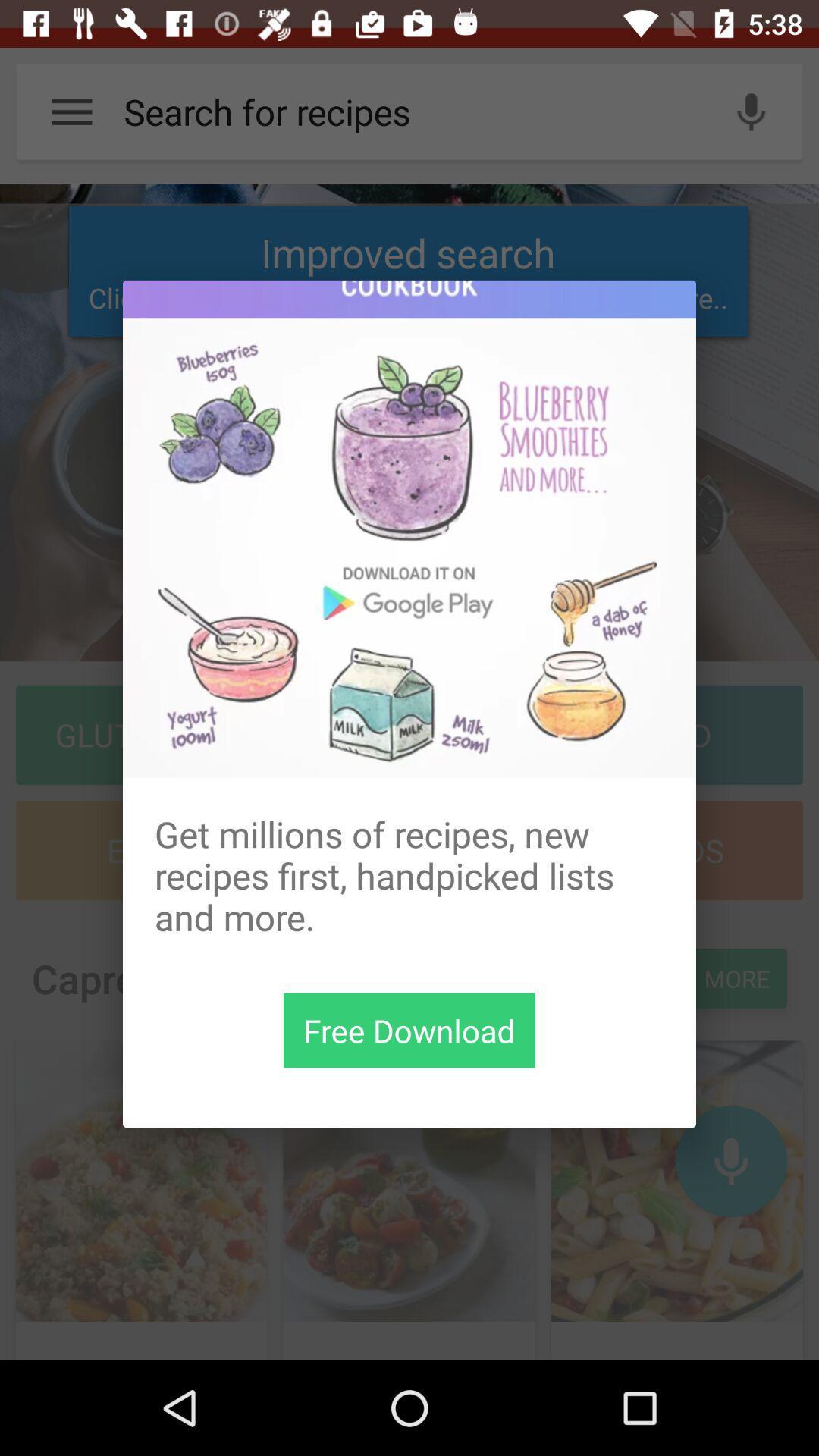 Image resolution: width=819 pixels, height=1456 pixels. What do you see at coordinates (409, 529) in the screenshot?
I see `the partner 's website` at bounding box center [409, 529].